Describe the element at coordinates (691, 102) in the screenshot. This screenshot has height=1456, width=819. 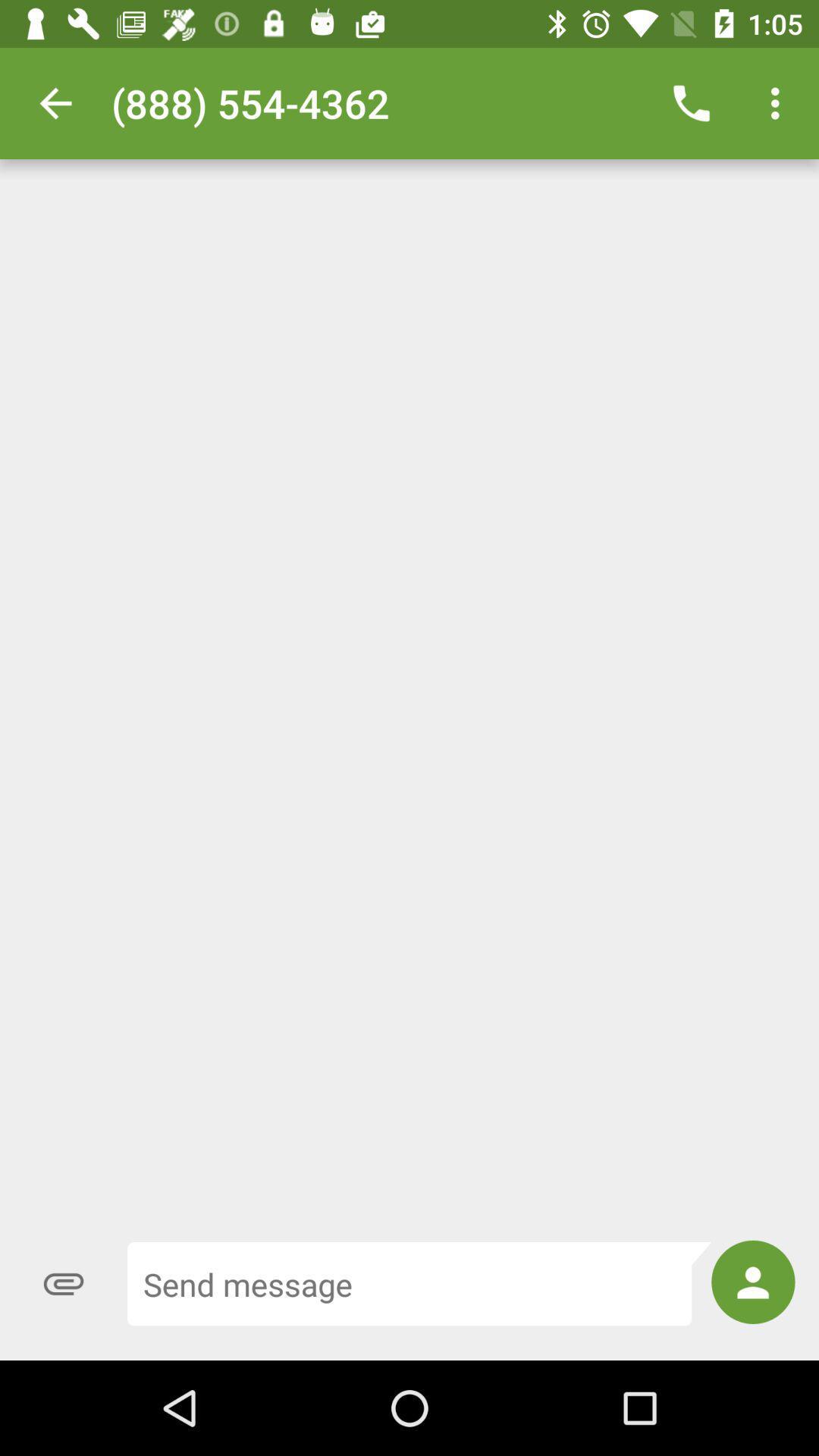
I see `icon to the right of the (888) 554-4362 item` at that location.